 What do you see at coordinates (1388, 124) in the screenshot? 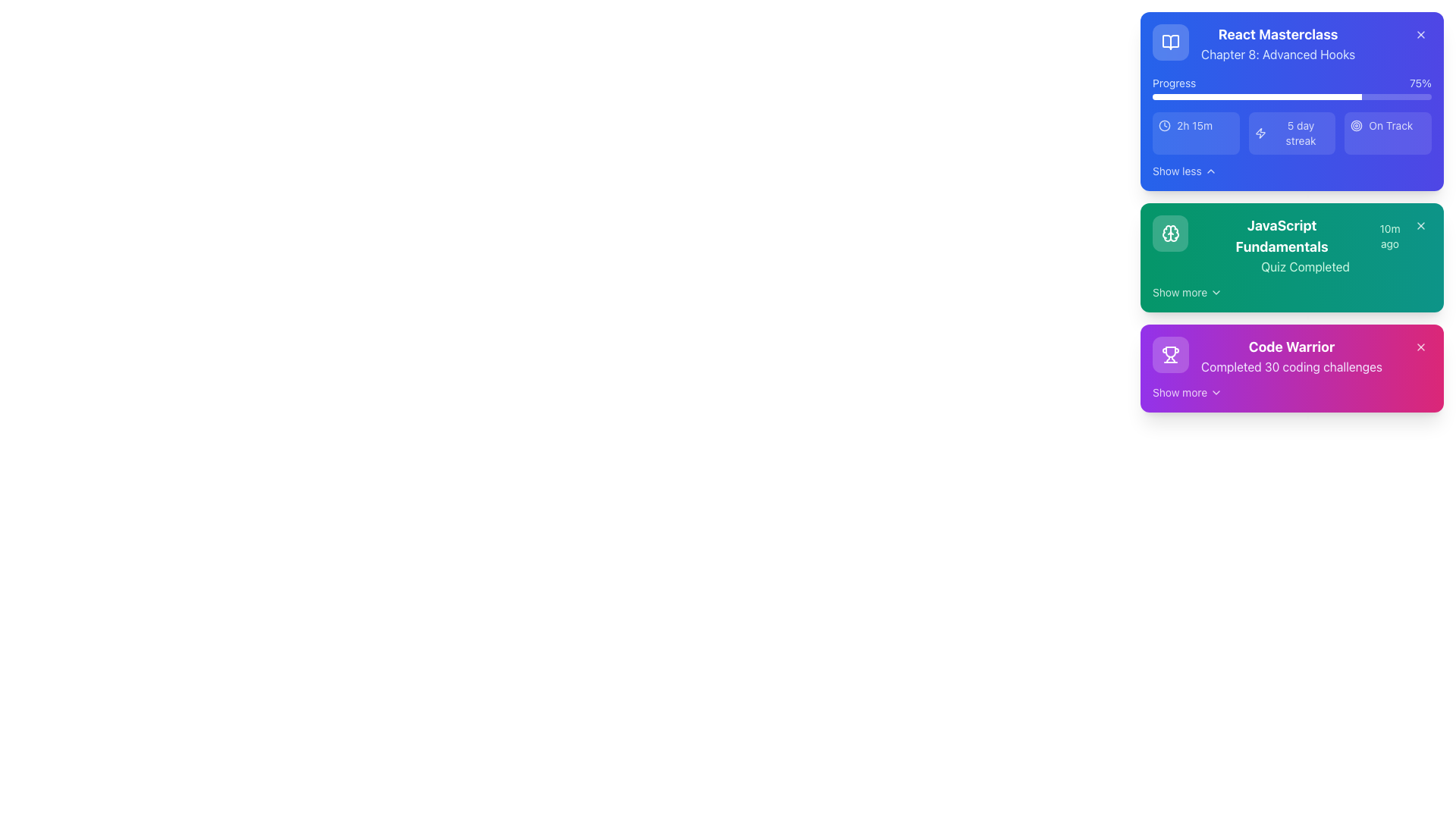
I see `the status indicator for the 'React Masterclass' card located at the top right corner of the interface, which provides contextual information about the progress or state of the learning module` at bounding box center [1388, 124].